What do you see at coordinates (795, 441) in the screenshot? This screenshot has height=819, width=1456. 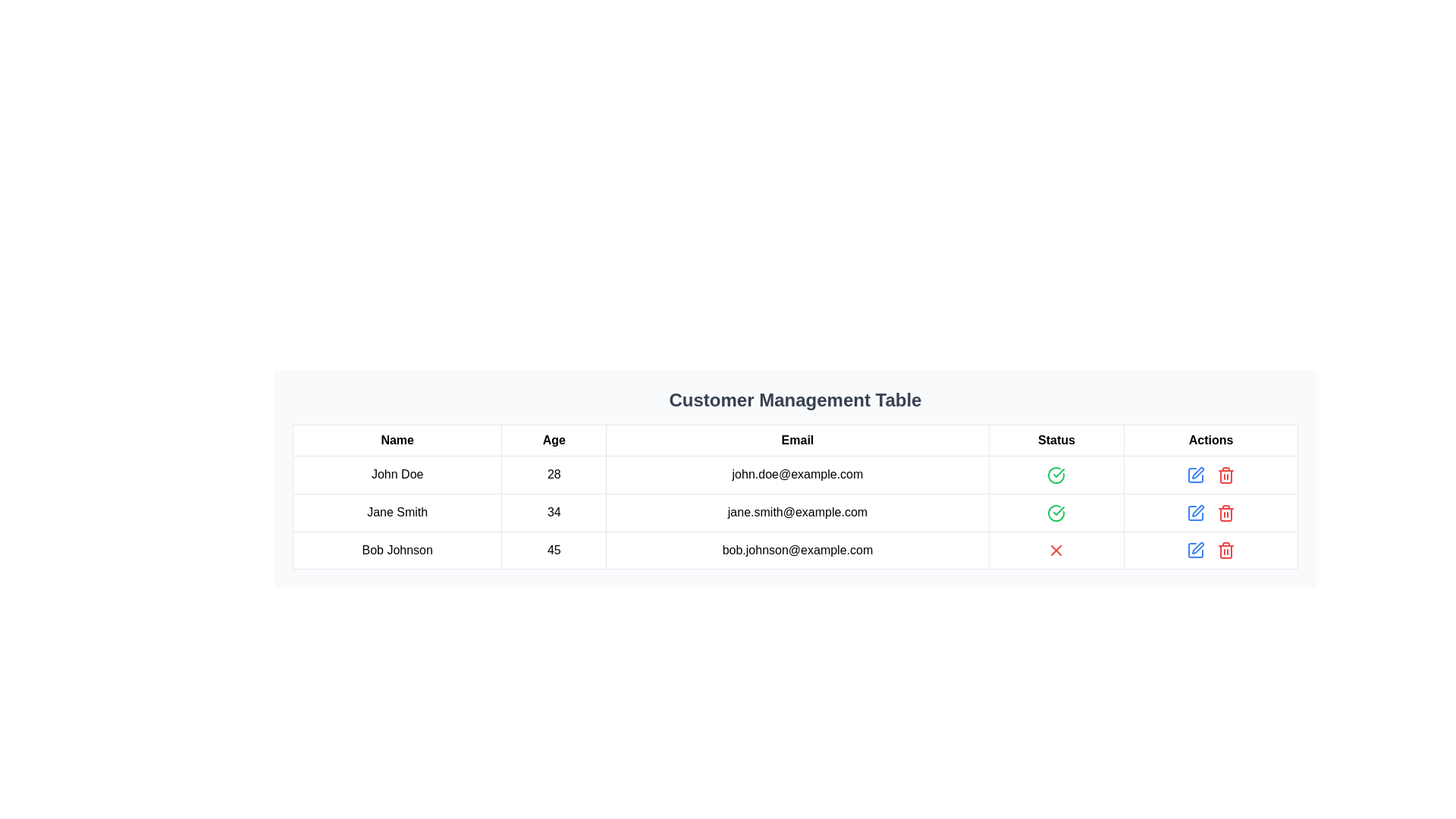 I see `the table header row containing the column headers 'Name', 'Age', 'Email', 'Status', and 'Actions'` at bounding box center [795, 441].